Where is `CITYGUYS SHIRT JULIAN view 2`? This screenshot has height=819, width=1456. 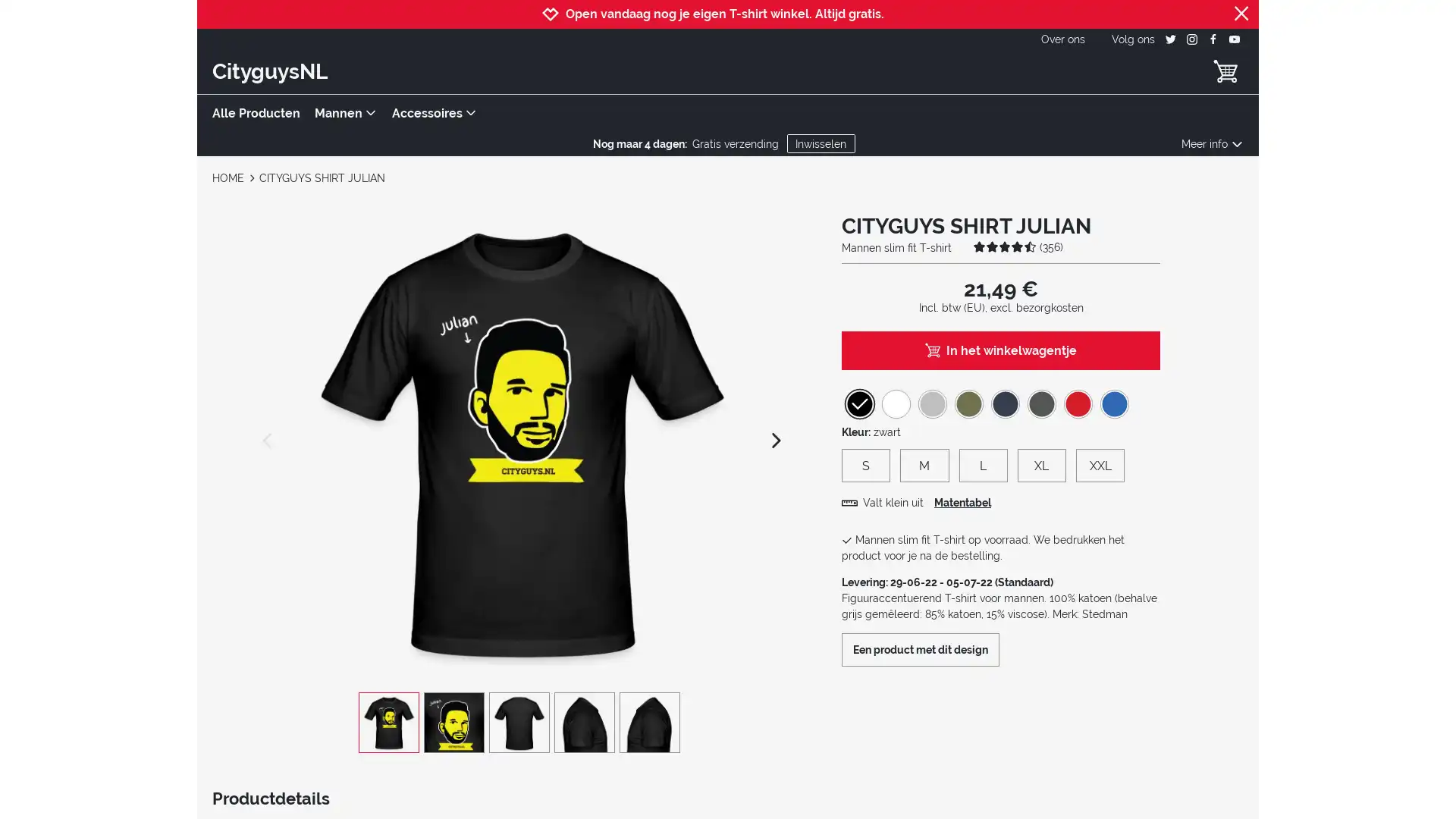 CITYGUYS SHIRT JULIAN view 2 is located at coordinates (453, 721).